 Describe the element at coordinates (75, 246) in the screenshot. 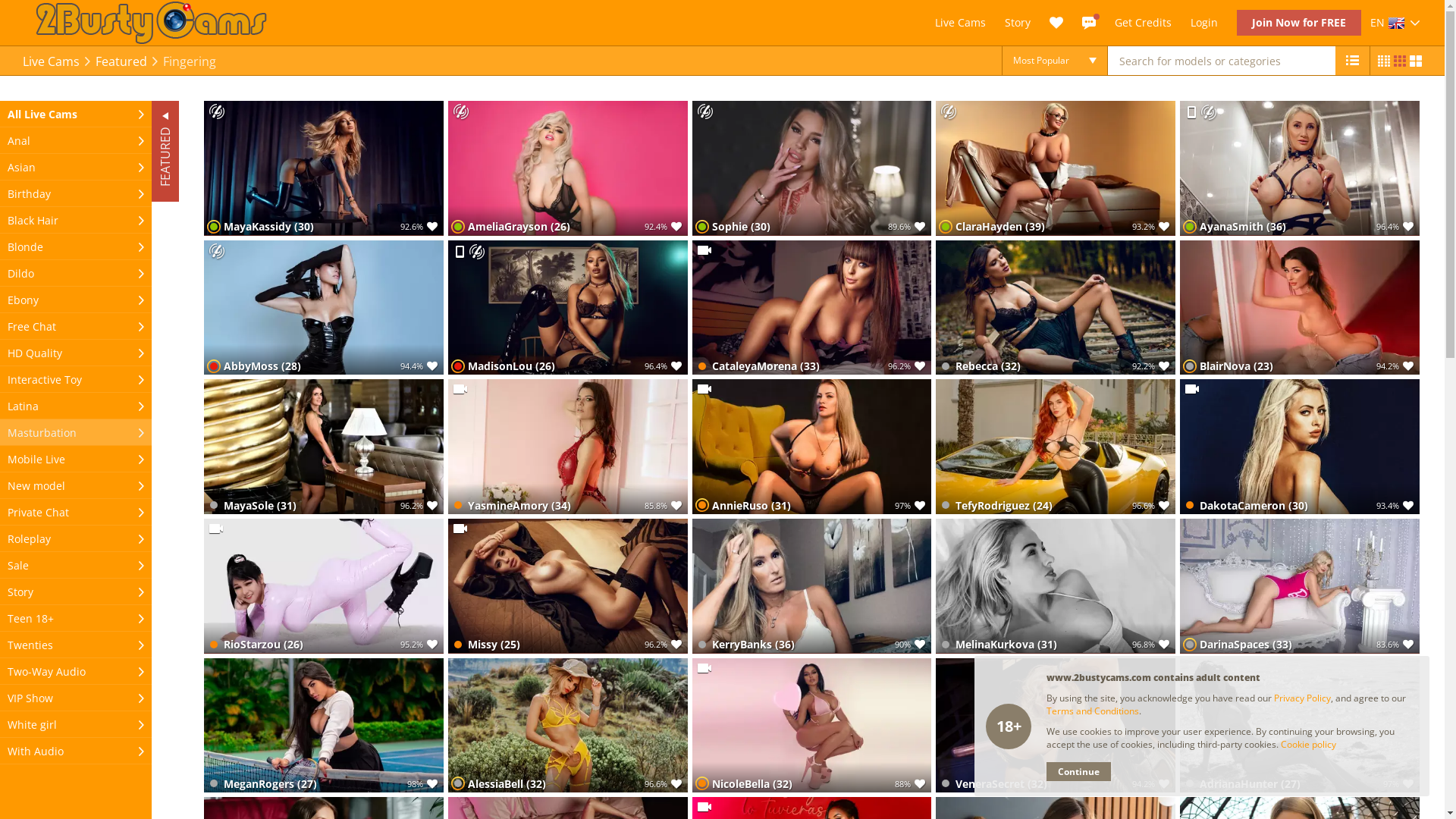

I see `'Blonde'` at that location.